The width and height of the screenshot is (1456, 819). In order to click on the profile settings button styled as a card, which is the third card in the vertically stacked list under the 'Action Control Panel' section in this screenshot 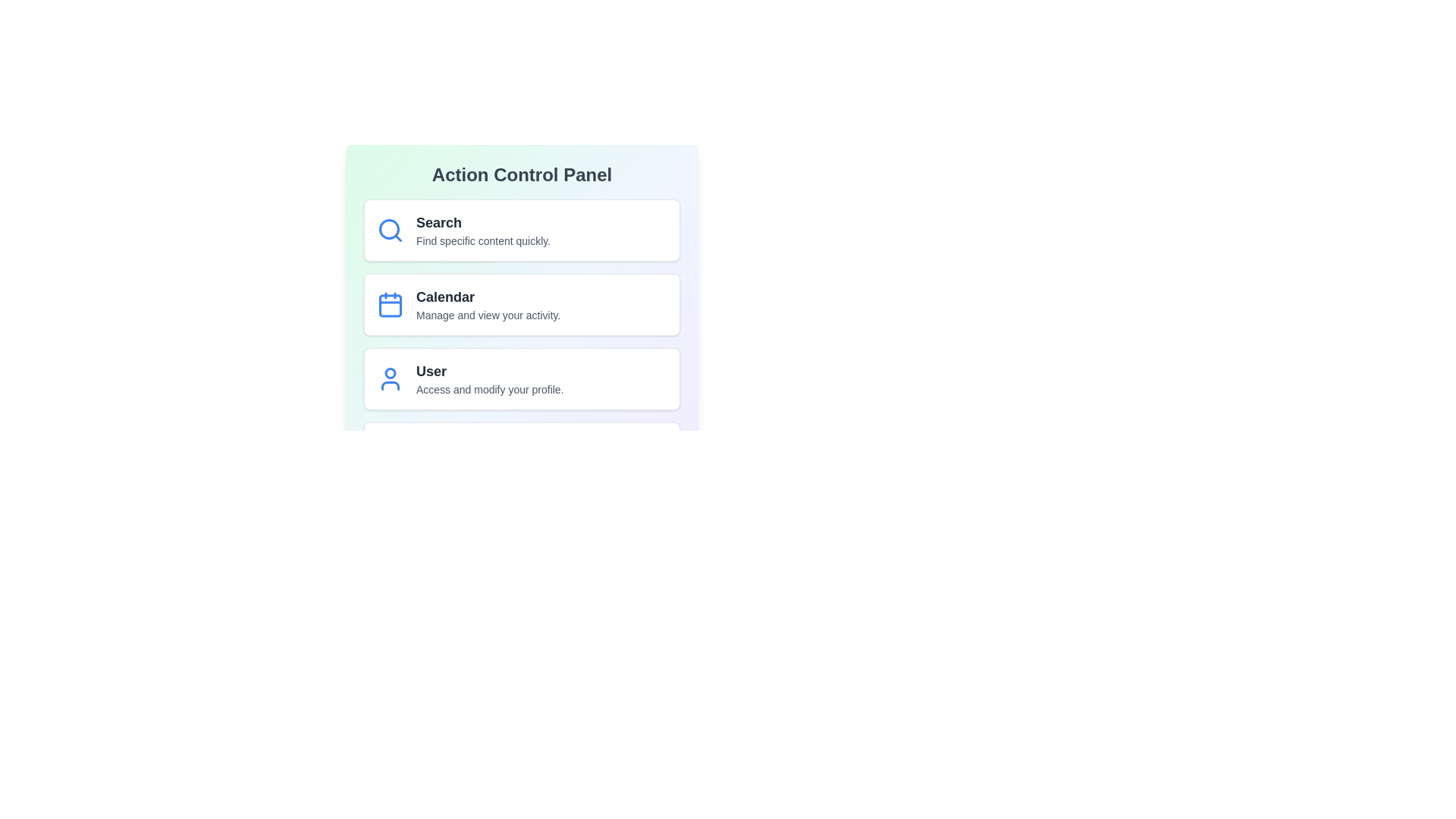, I will do `click(522, 378)`.